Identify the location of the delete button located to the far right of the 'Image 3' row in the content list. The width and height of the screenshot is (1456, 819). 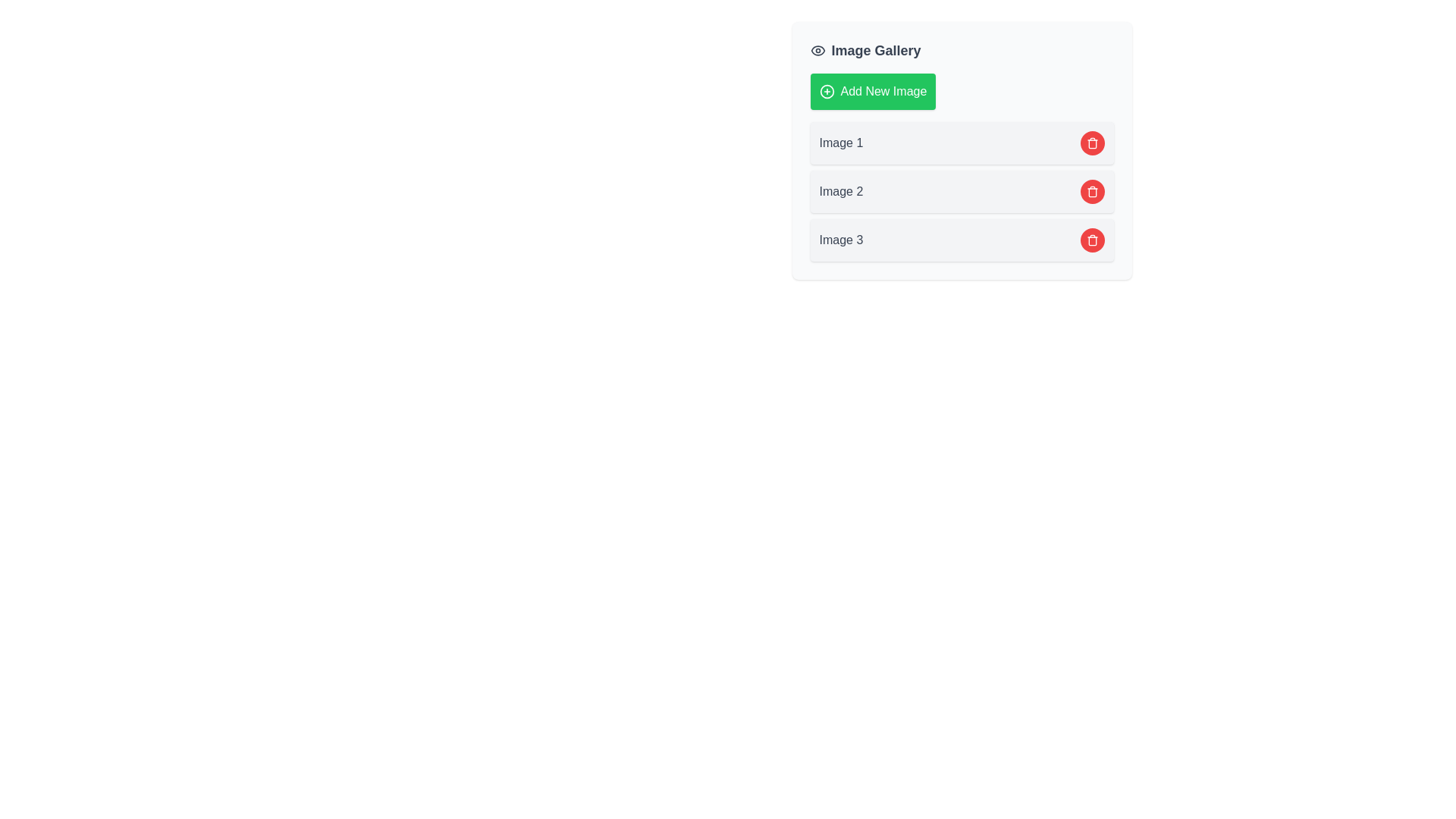
(1092, 239).